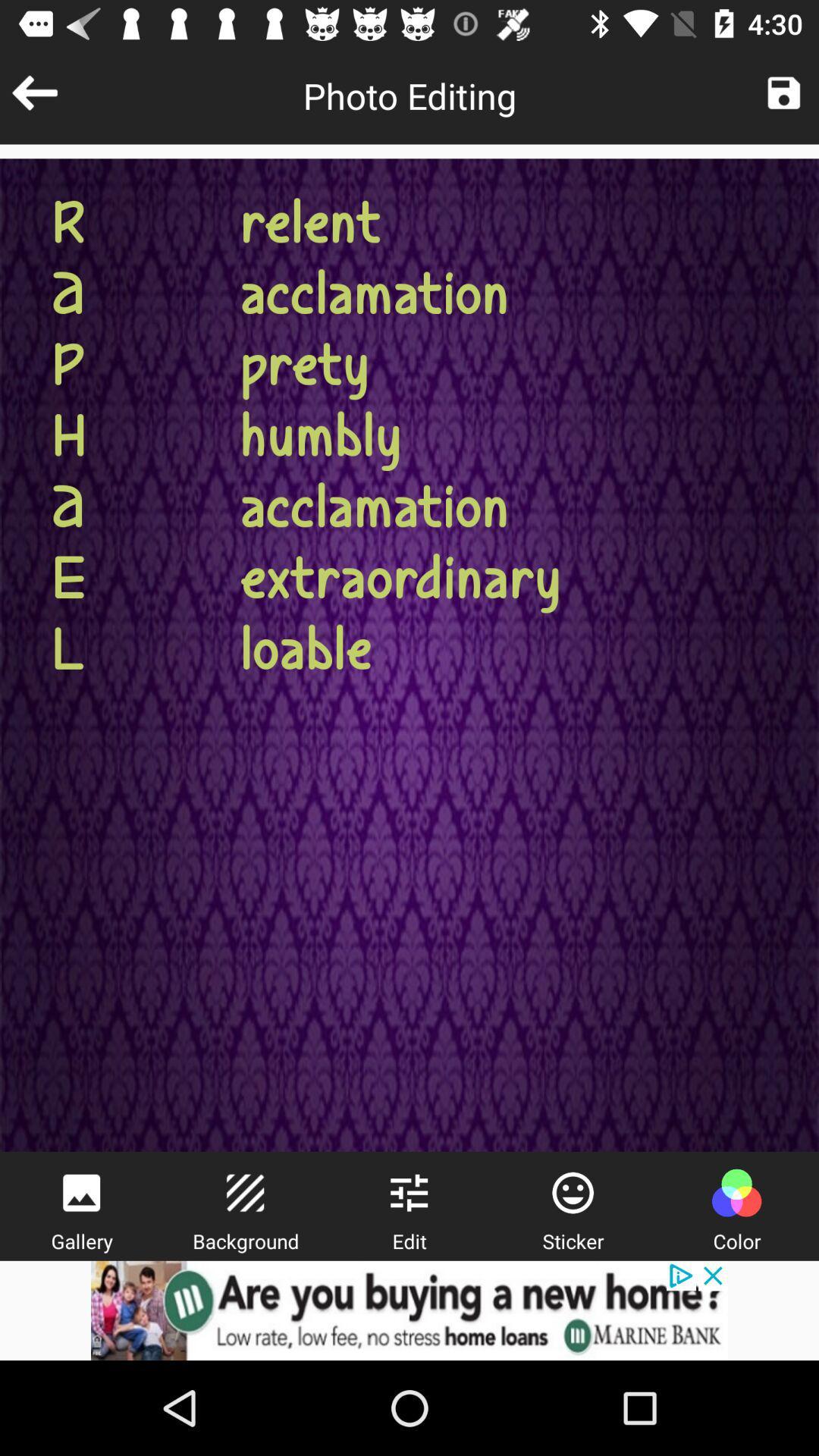  Describe the element at coordinates (34, 92) in the screenshot. I see `go back` at that location.